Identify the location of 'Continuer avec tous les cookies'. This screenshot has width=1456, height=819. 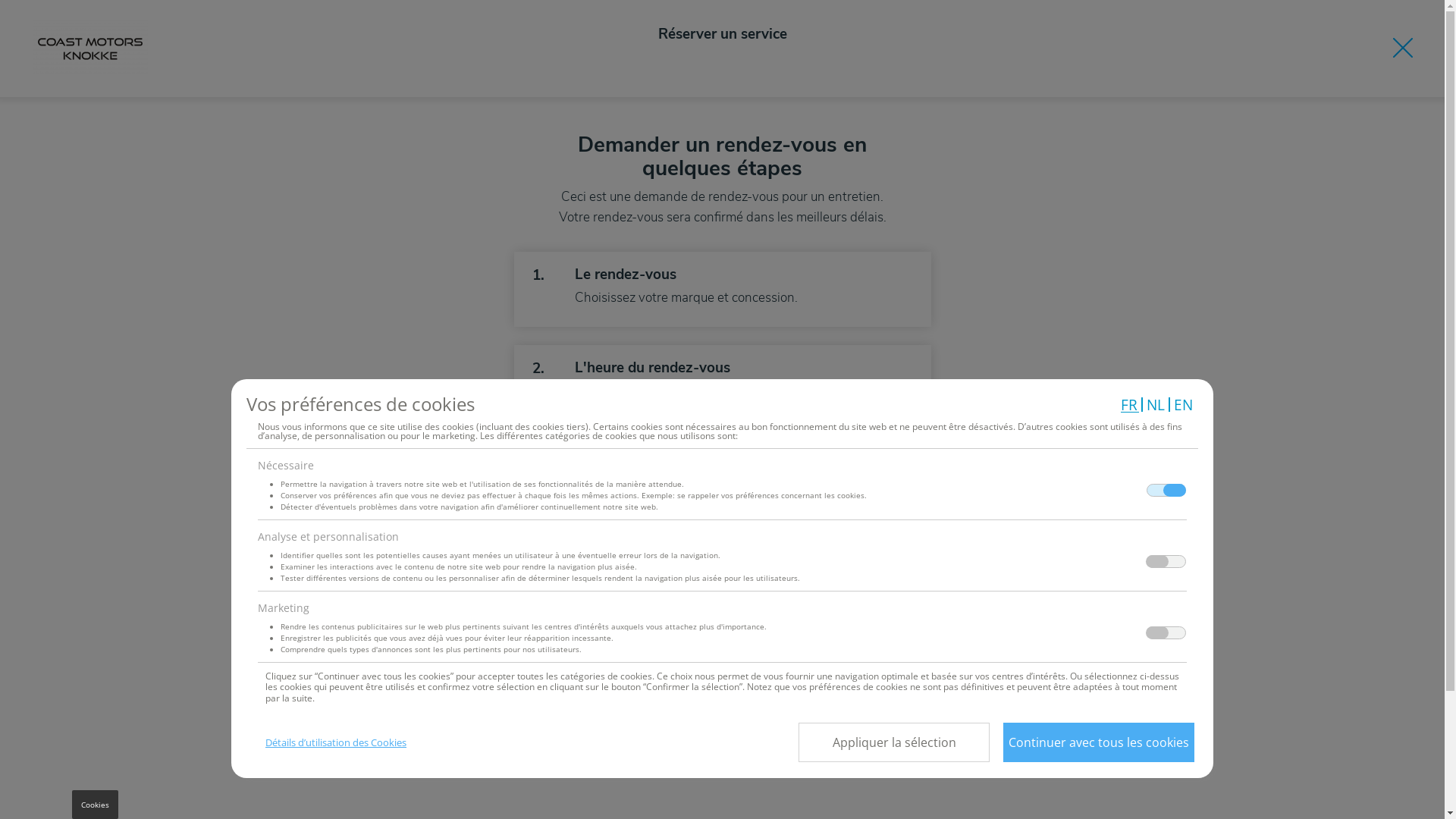
(1099, 742).